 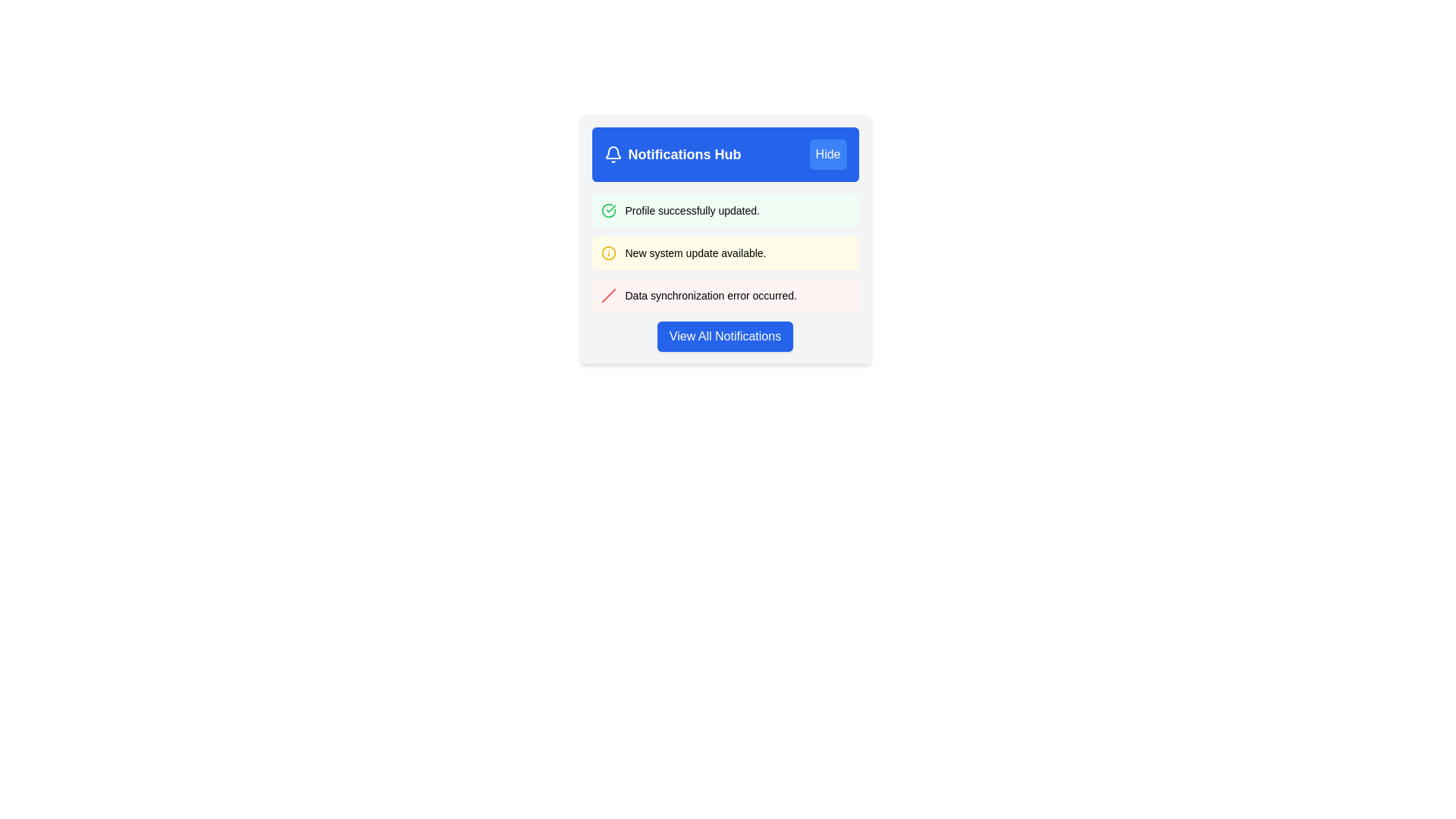 I want to click on the button located at the top-right corner of the 'Notifications Hub' section to change its color, so click(x=827, y=155).